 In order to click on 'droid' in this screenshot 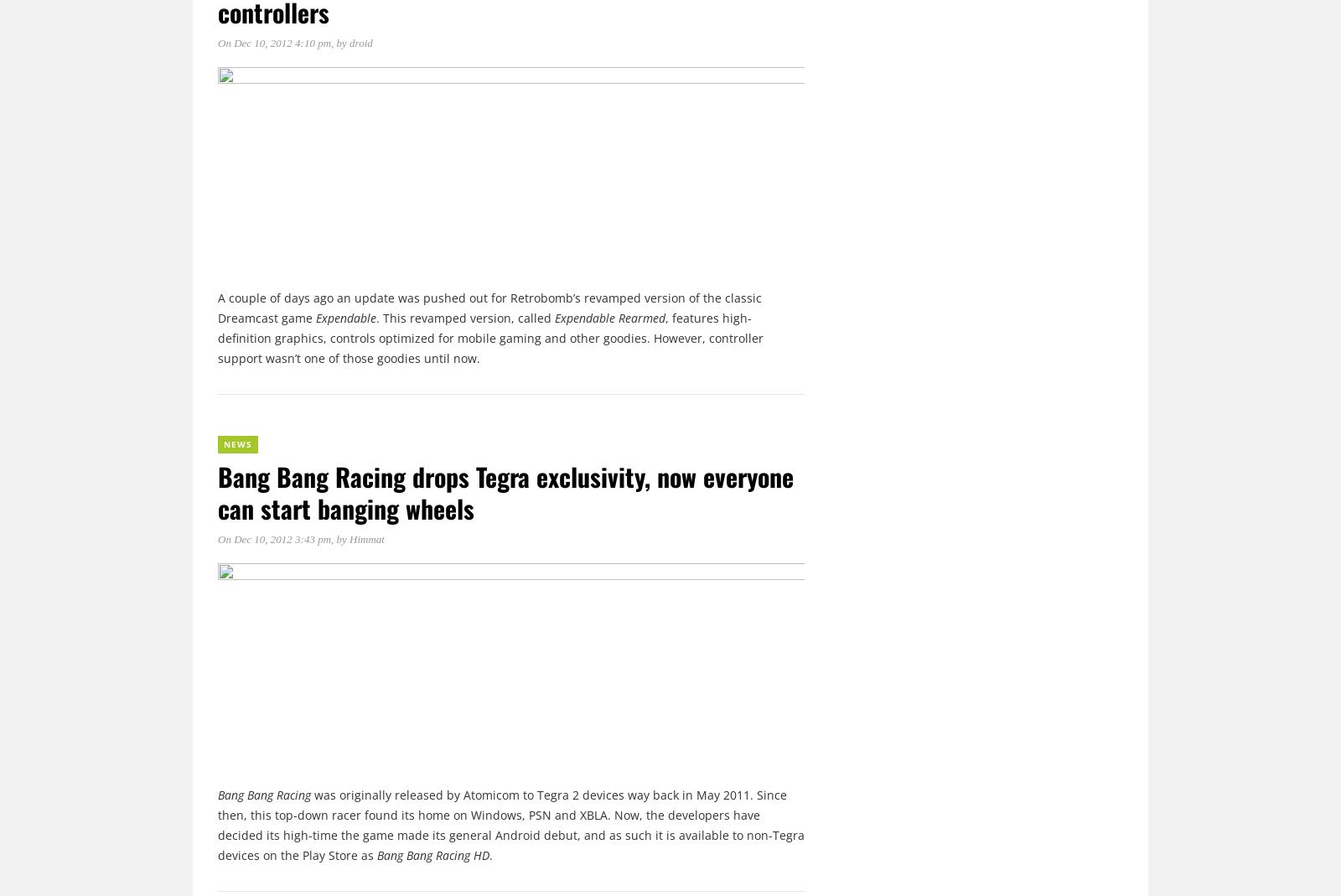, I will do `click(360, 42)`.